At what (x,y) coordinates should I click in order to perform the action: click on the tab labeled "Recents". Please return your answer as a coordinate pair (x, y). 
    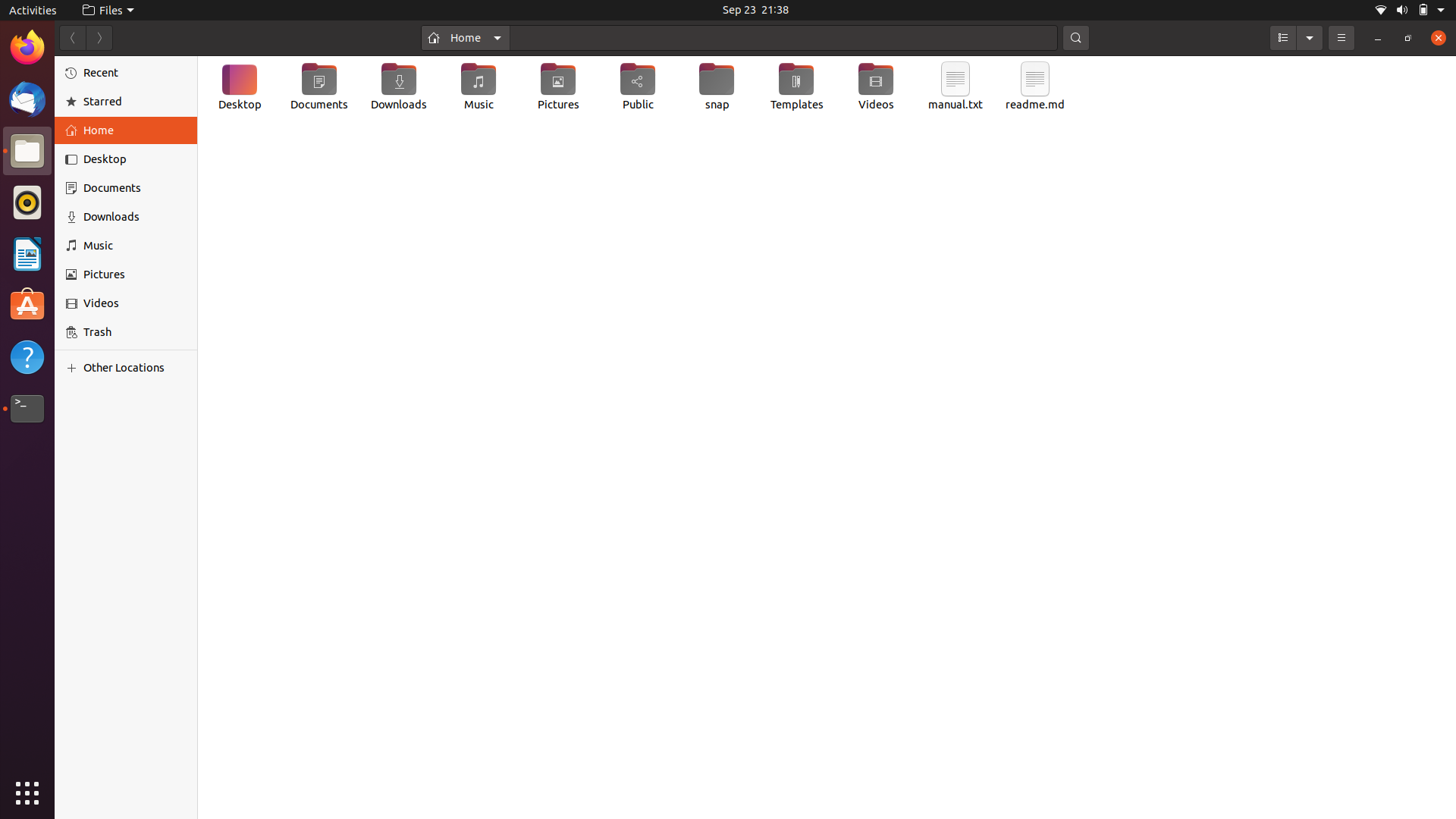
    Looking at the image, I should click on (126, 71).